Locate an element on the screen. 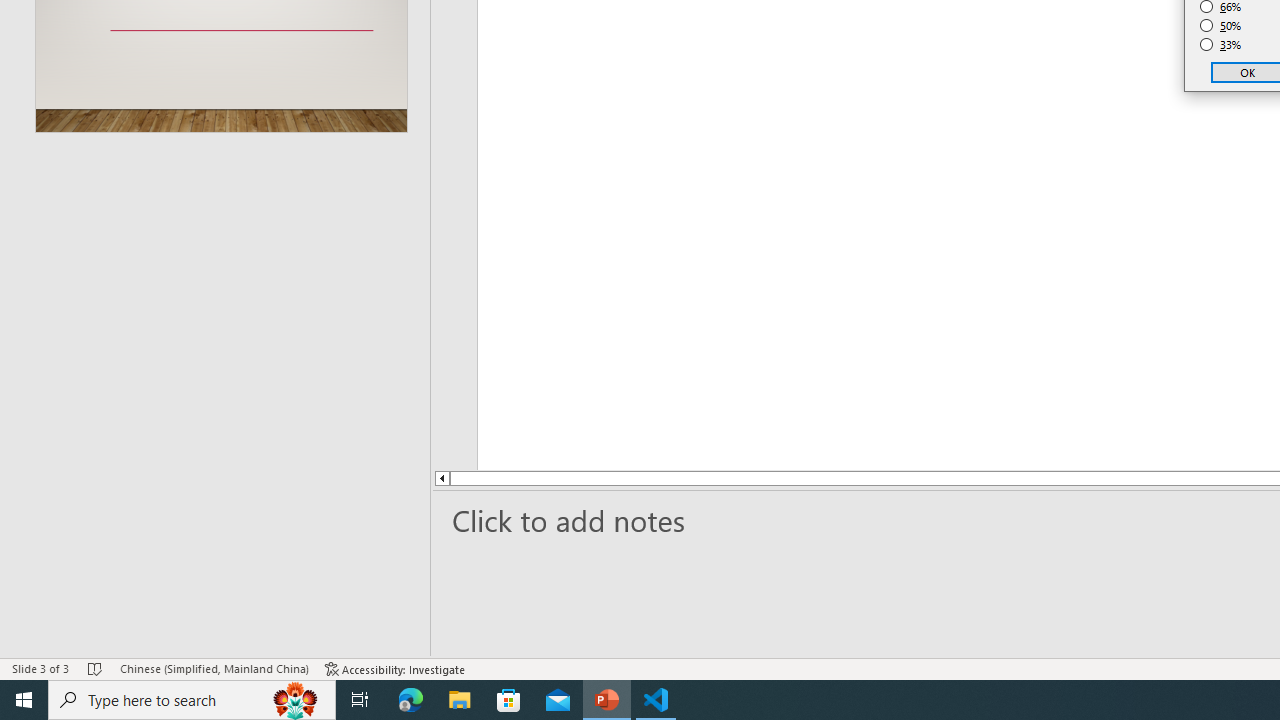 Image resolution: width=1280 pixels, height=720 pixels. '50%' is located at coordinates (1220, 25).